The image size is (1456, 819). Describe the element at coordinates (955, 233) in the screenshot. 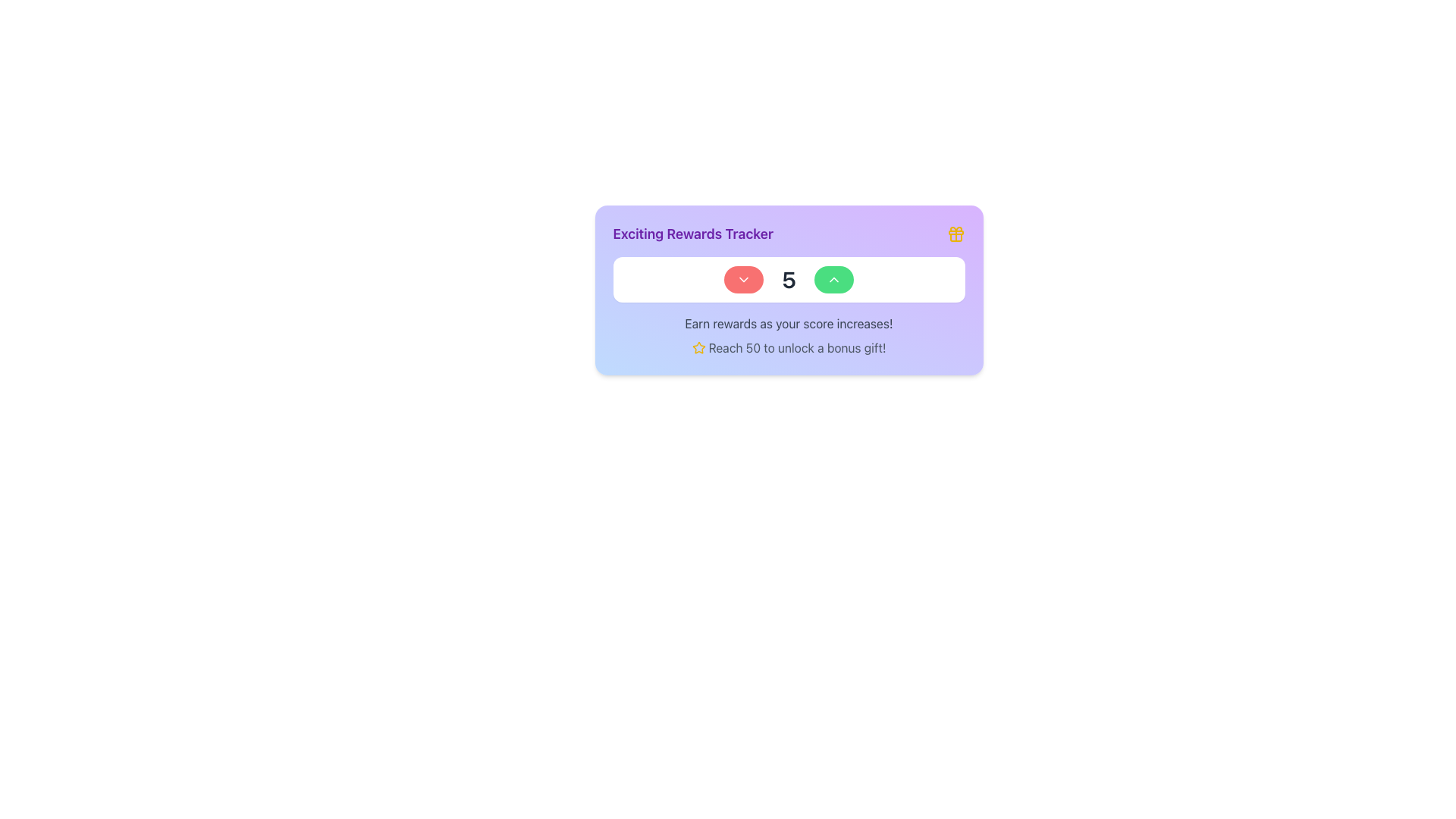

I see `the narrow horizontal rectangle within the gift box icon located in the upper right corner of the rewards tracker card` at that location.